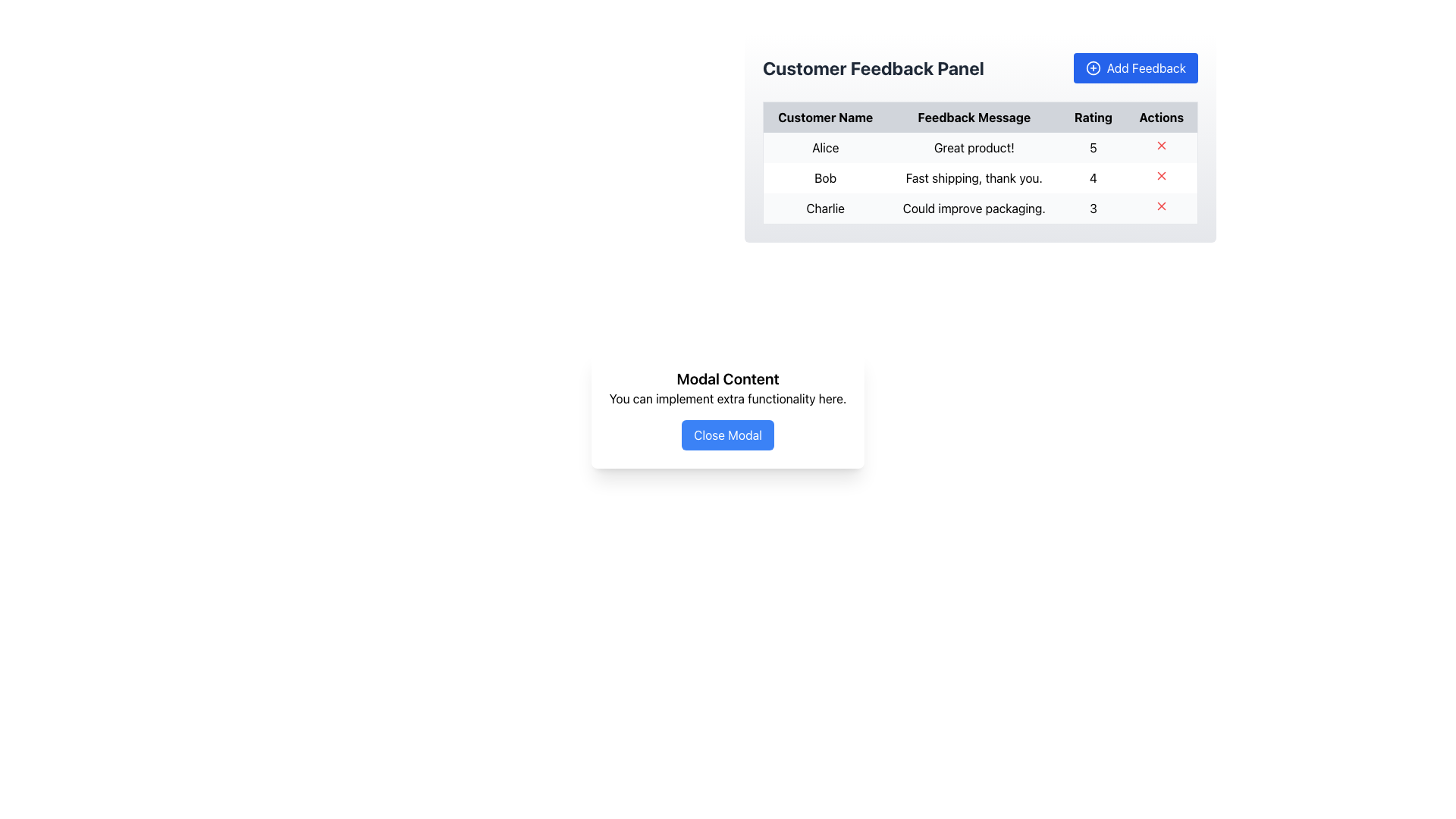  What do you see at coordinates (974, 177) in the screenshot?
I see `the text display that states 'Fast shipping, thank you.' located in the 'Feedback Message' column of the table row for user 'Bob'` at bounding box center [974, 177].